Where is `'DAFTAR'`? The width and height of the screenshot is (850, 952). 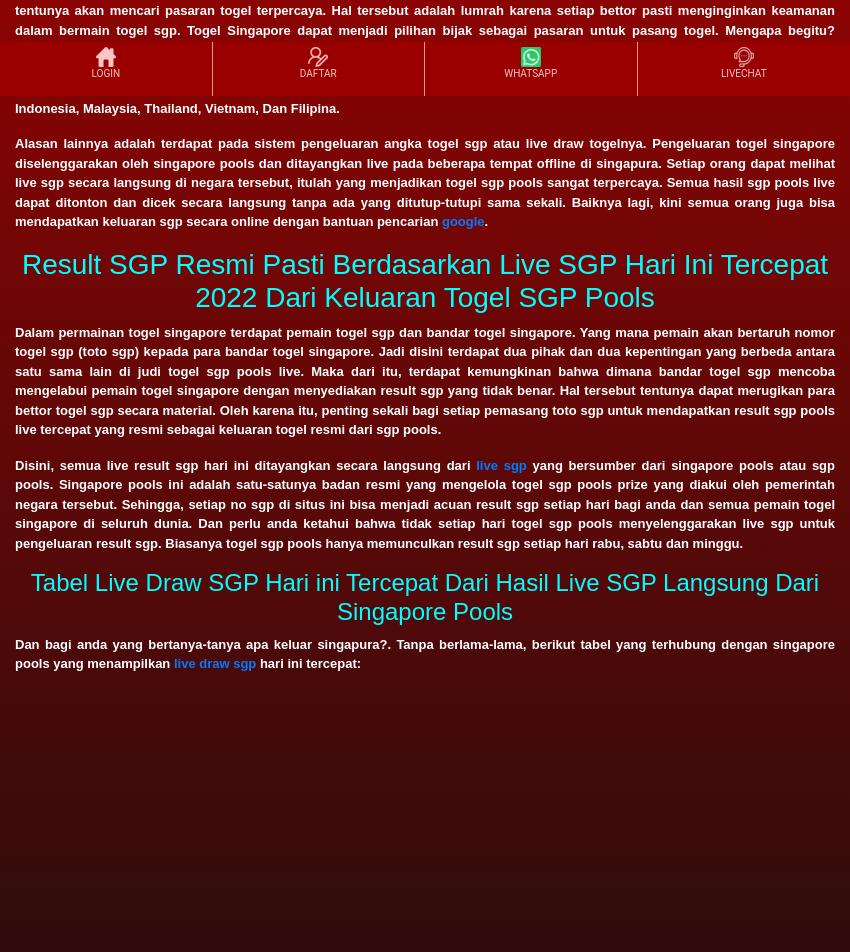 'DAFTAR' is located at coordinates (317, 73).